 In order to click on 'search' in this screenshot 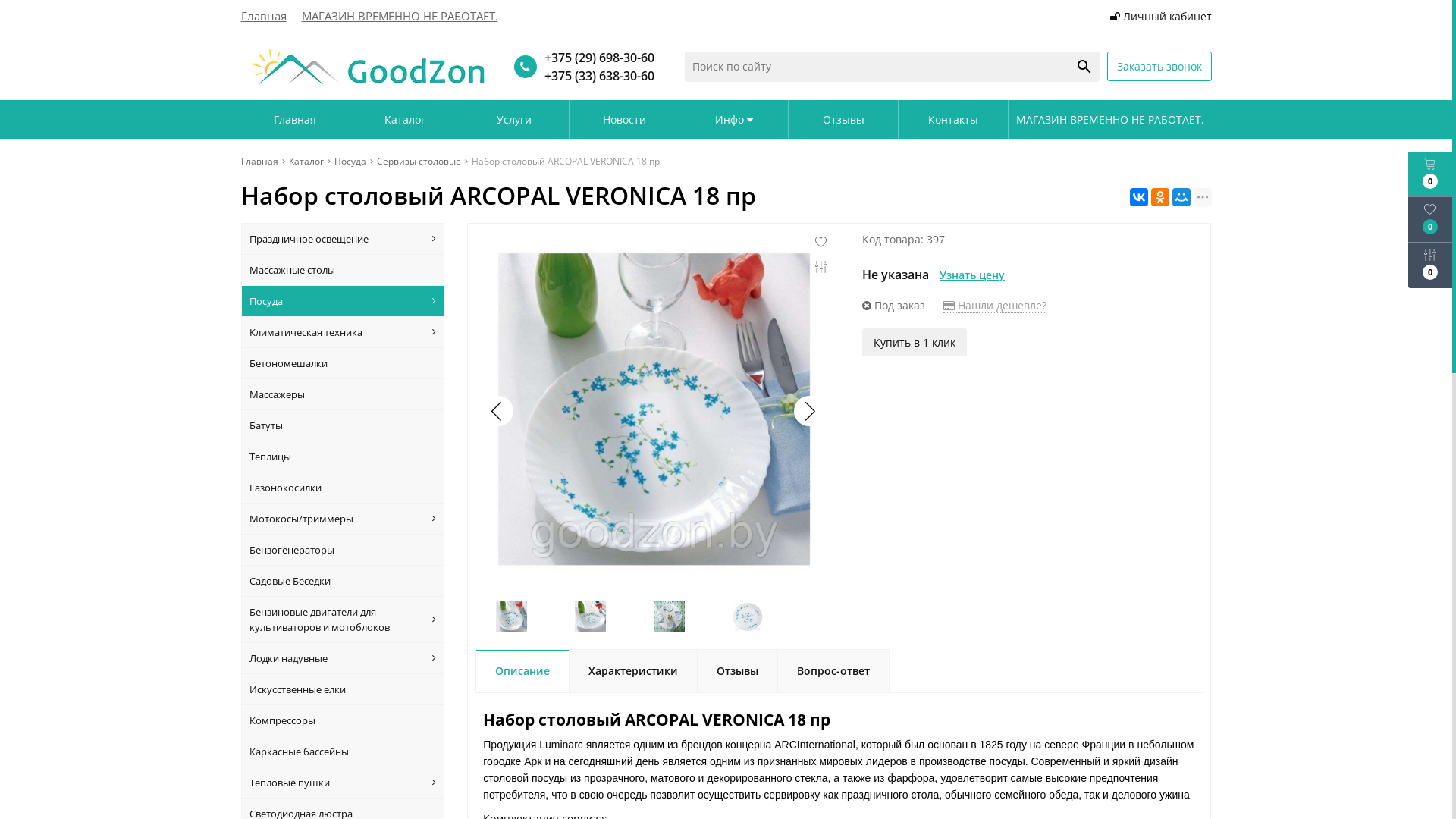, I will do `click(1068, 66)`.